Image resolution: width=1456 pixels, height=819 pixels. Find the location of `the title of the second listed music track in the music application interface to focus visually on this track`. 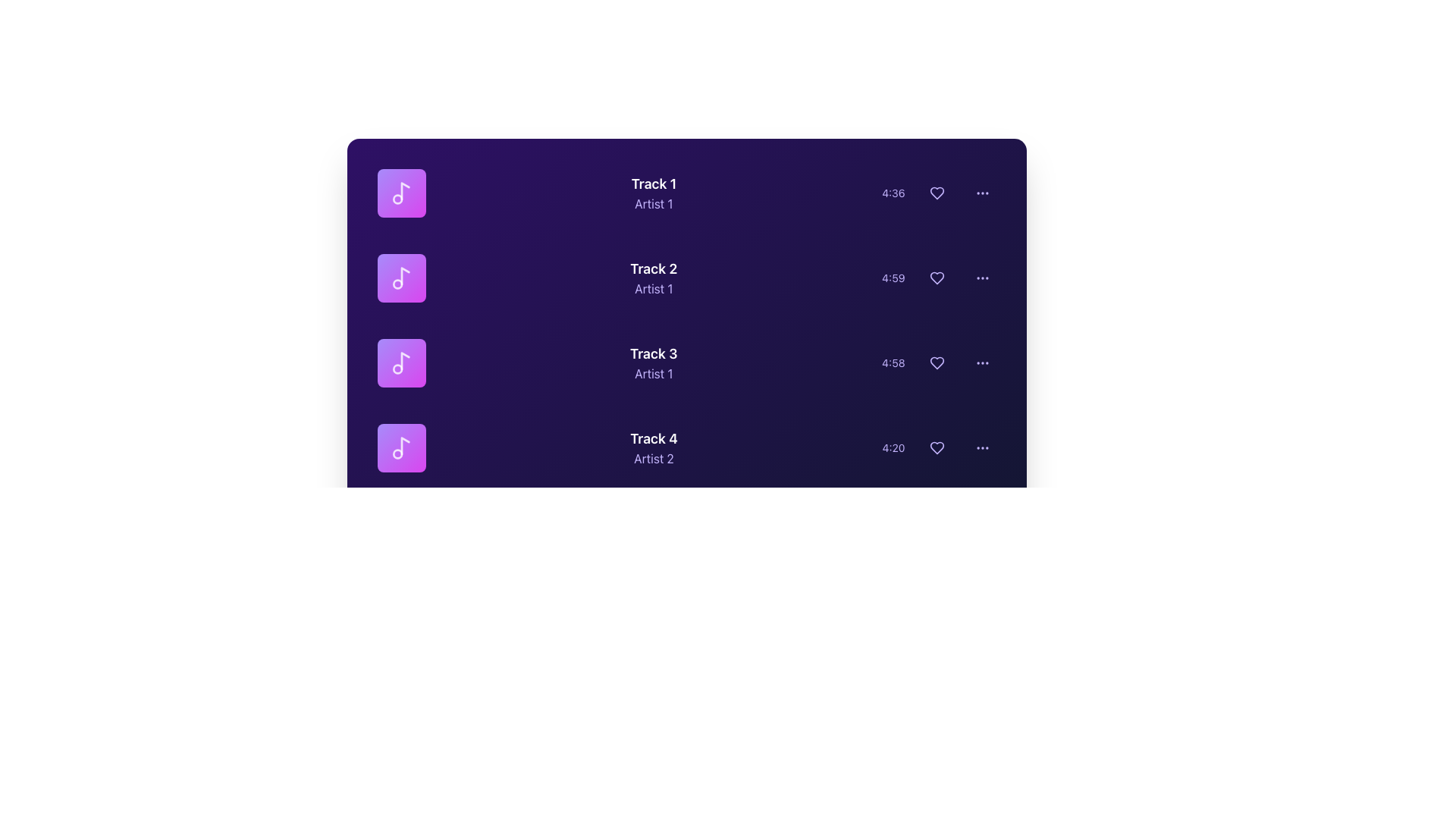

the title of the second listed music track in the music application interface to focus visually on this track is located at coordinates (654, 268).